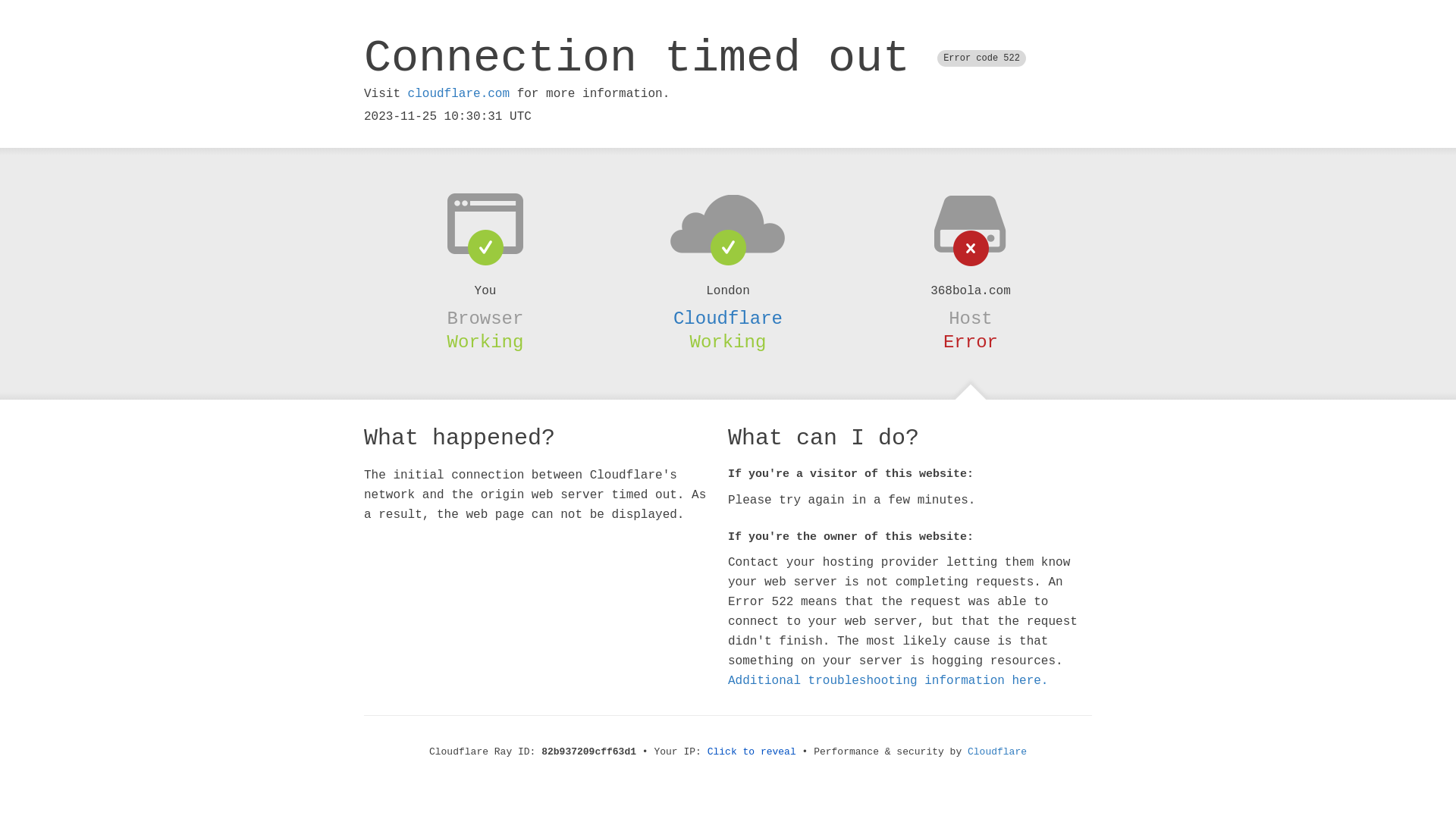 This screenshot has width=1456, height=819. I want to click on 'Click to reveal', so click(752, 752).